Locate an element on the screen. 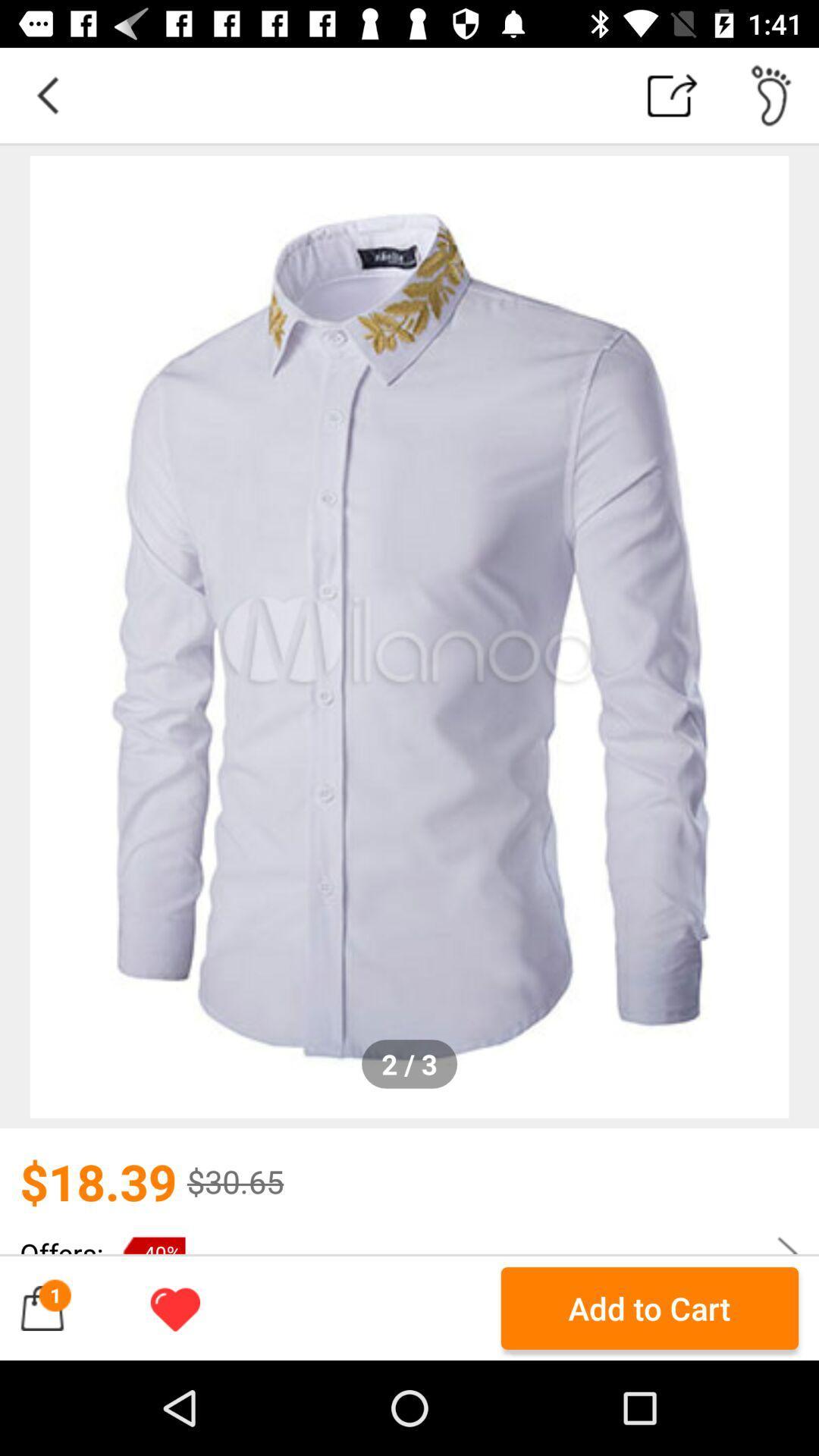  favorite is located at coordinates (174, 1307).